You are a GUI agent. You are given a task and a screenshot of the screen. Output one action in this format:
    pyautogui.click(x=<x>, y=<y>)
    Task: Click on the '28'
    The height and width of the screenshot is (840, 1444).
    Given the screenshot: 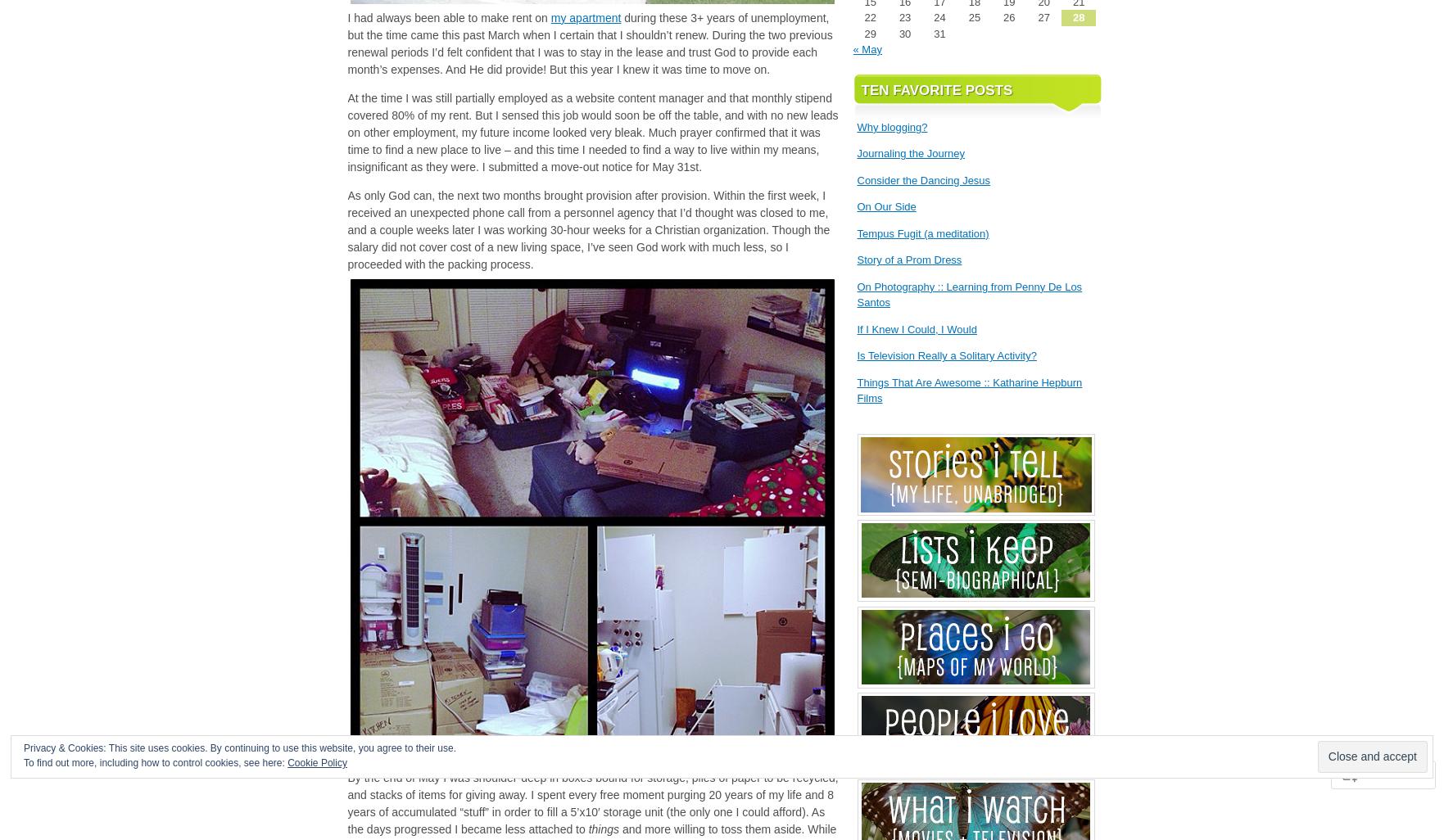 What is the action you would take?
    pyautogui.click(x=1077, y=17)
    